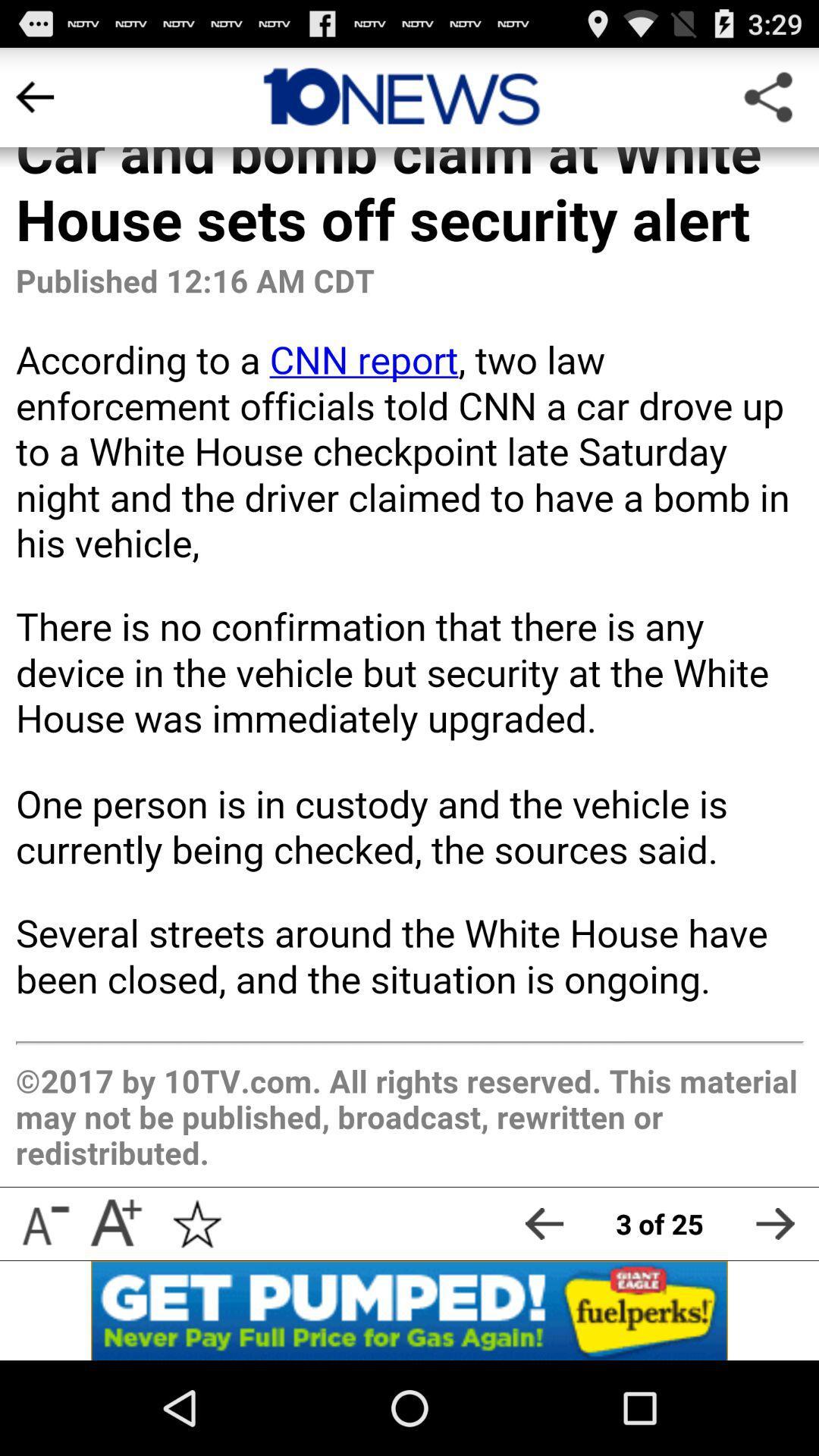  Describe the element at coordinates (767, 96) in the screenshot. I see `share article` at that location.